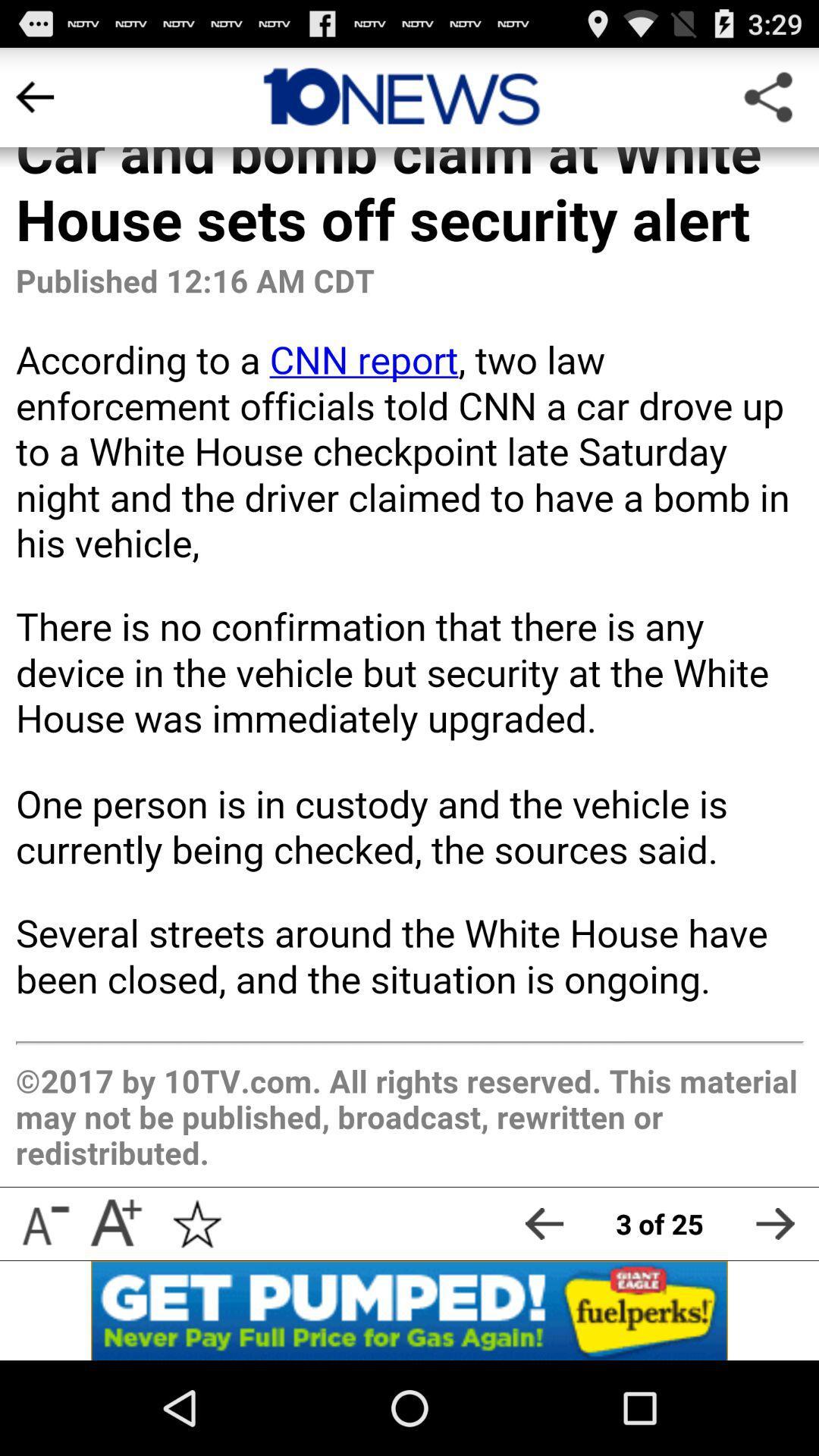  Describe the element at coordinates (767, 96) in the screenshot. I see `share article` at that location.